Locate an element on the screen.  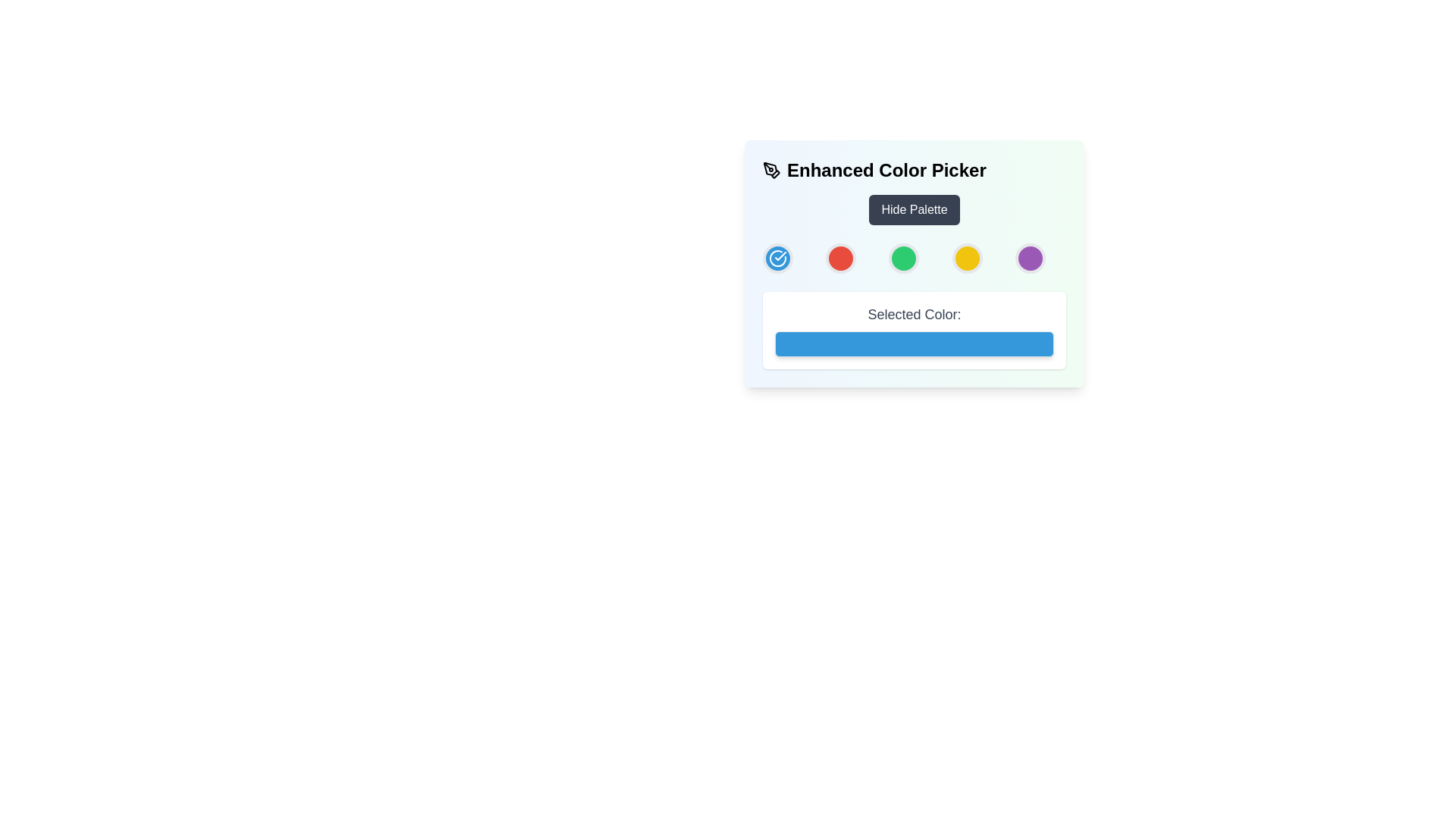
the first circular icon in the top-left corner of the row of colored icons is located at coordinates (778, 257).